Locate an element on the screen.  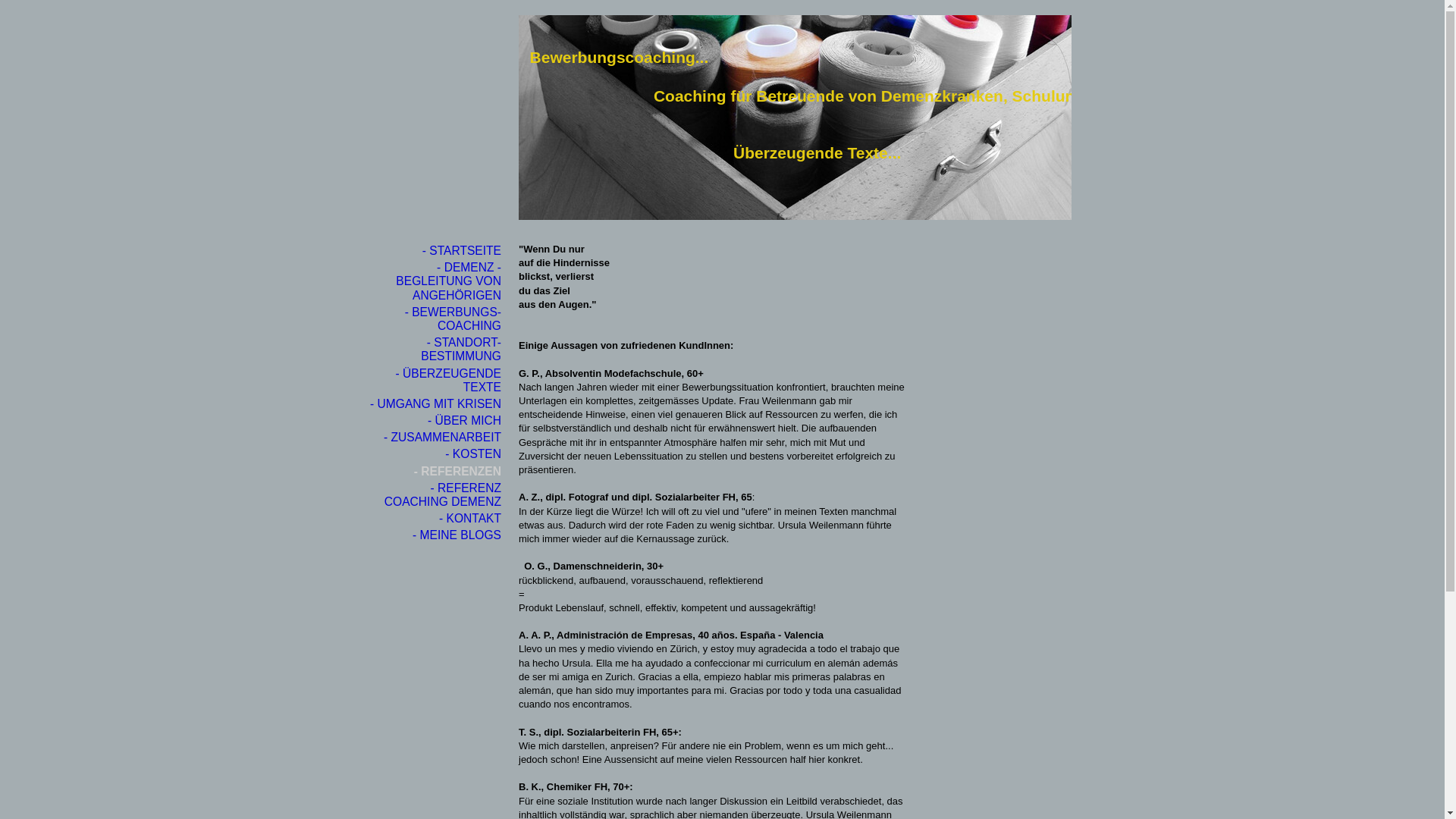
'- ZUSAMMENARBEIT' is located at coordinates (435, 438).